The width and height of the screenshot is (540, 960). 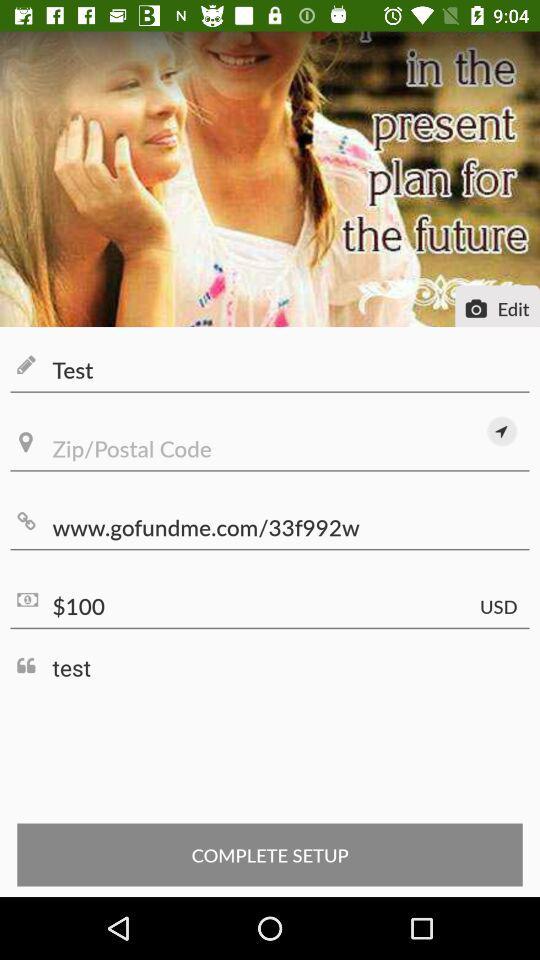 I want to click on $100 item, so click(x=270, y=605).